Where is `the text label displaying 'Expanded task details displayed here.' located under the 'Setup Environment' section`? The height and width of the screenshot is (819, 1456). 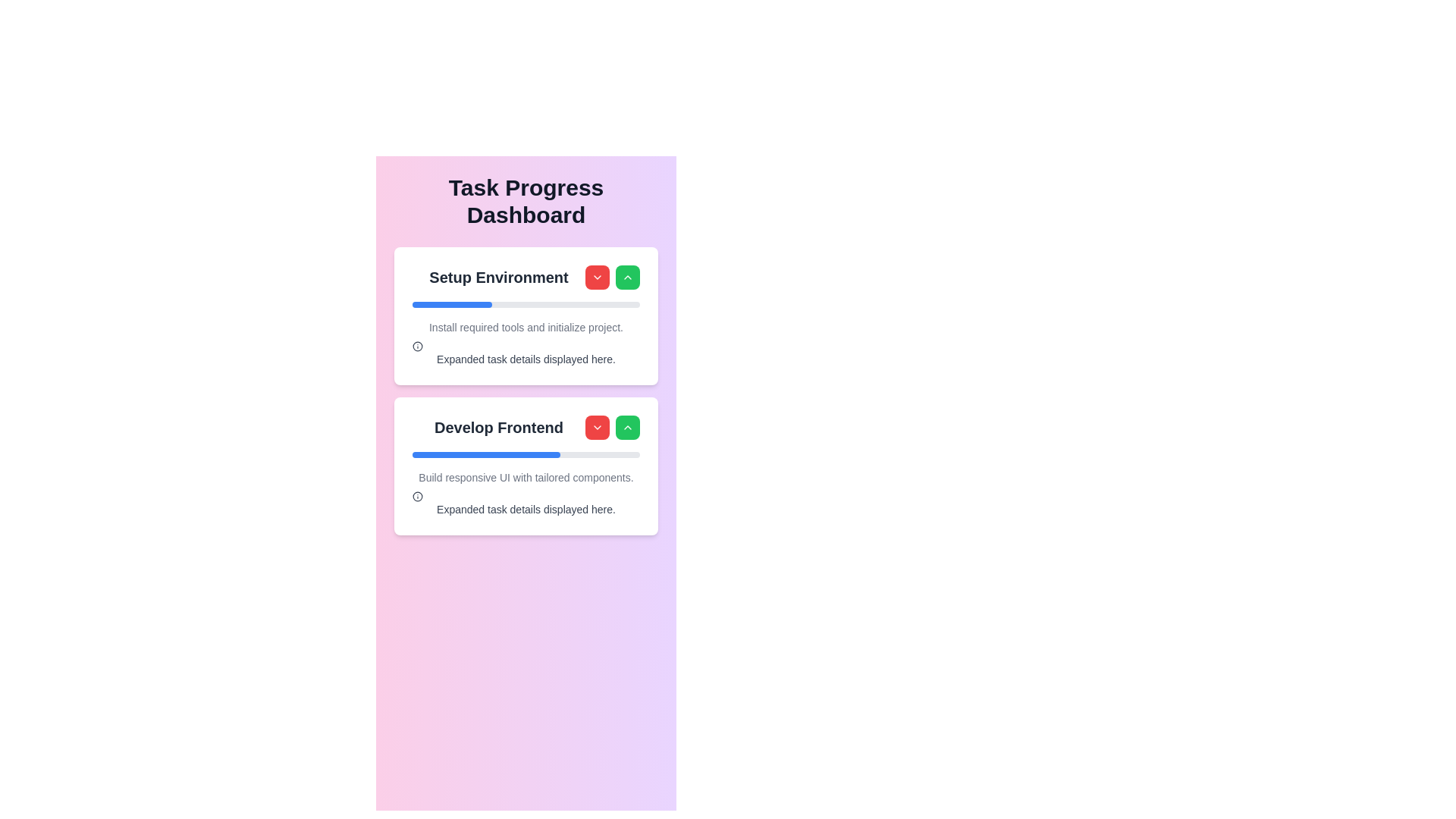 the text label displaying 'Expanded task details displayed here.' located under the 'Setup Environment' section is located at coordinates (526, 353).